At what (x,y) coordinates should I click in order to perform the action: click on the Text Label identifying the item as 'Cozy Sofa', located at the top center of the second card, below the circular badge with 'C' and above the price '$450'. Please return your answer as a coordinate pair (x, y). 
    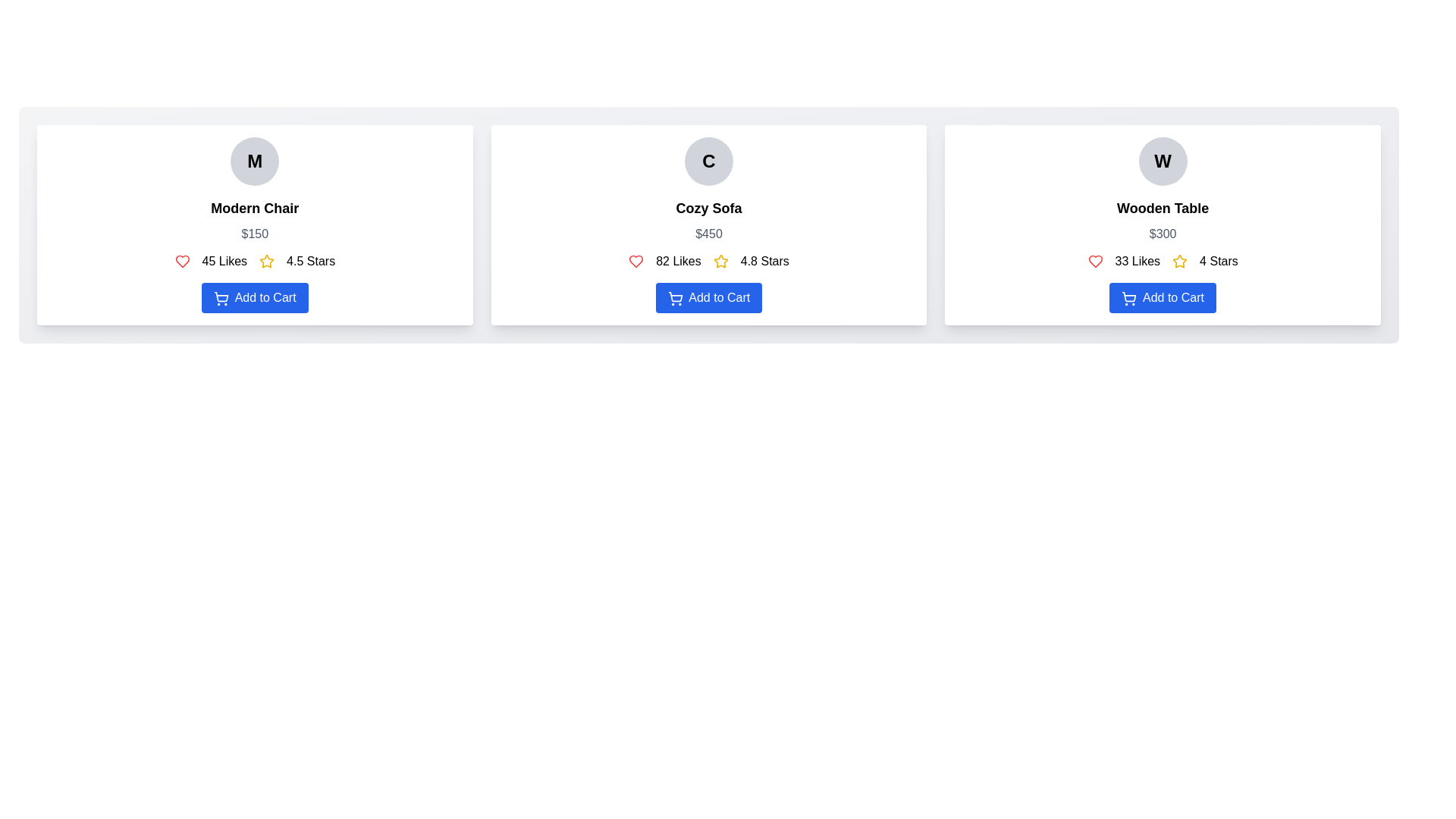
    Looking at the image, I should click on (708, 208).